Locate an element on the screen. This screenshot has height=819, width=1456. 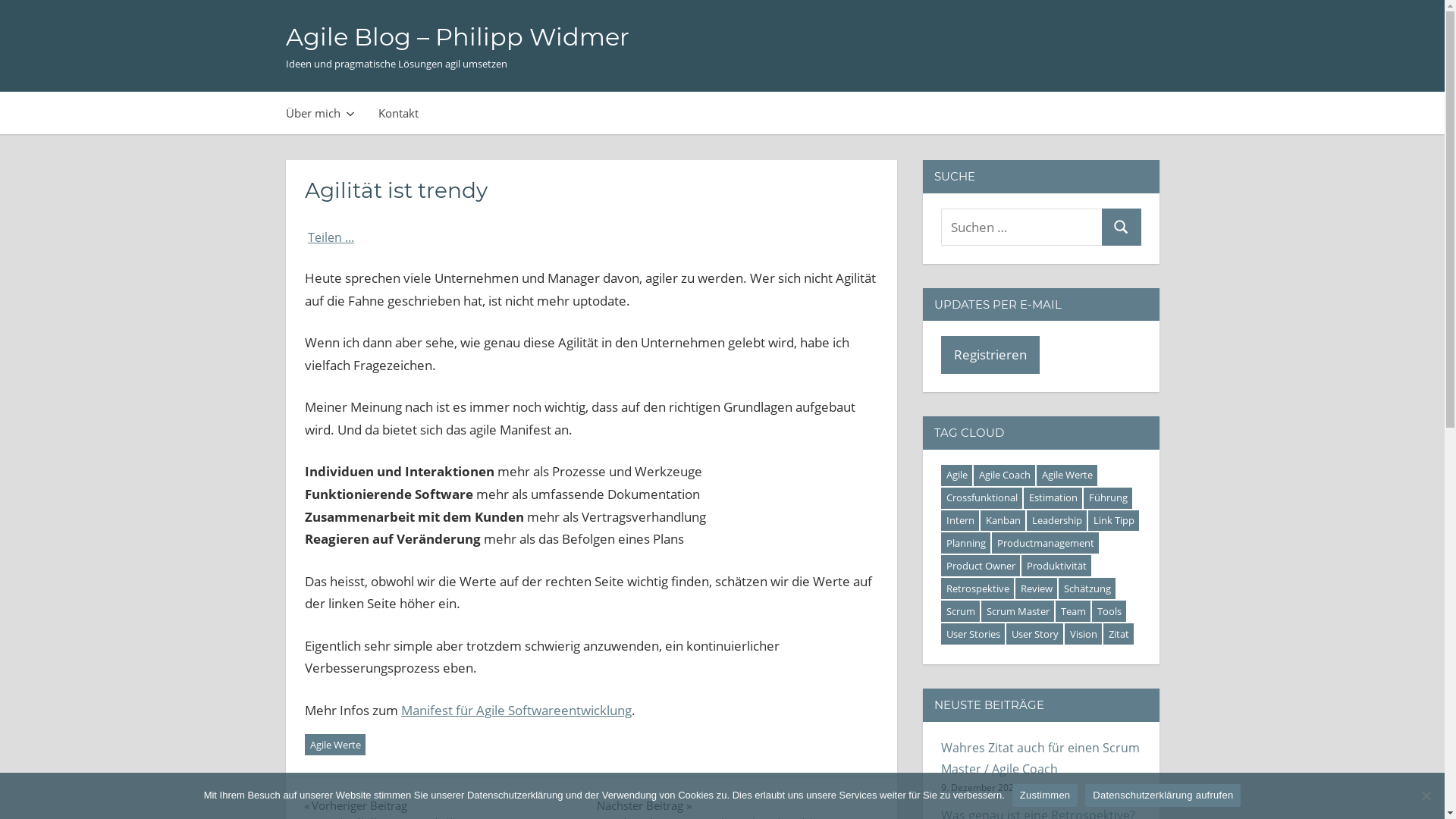
'Intern' is located at coordinates (959, 519).